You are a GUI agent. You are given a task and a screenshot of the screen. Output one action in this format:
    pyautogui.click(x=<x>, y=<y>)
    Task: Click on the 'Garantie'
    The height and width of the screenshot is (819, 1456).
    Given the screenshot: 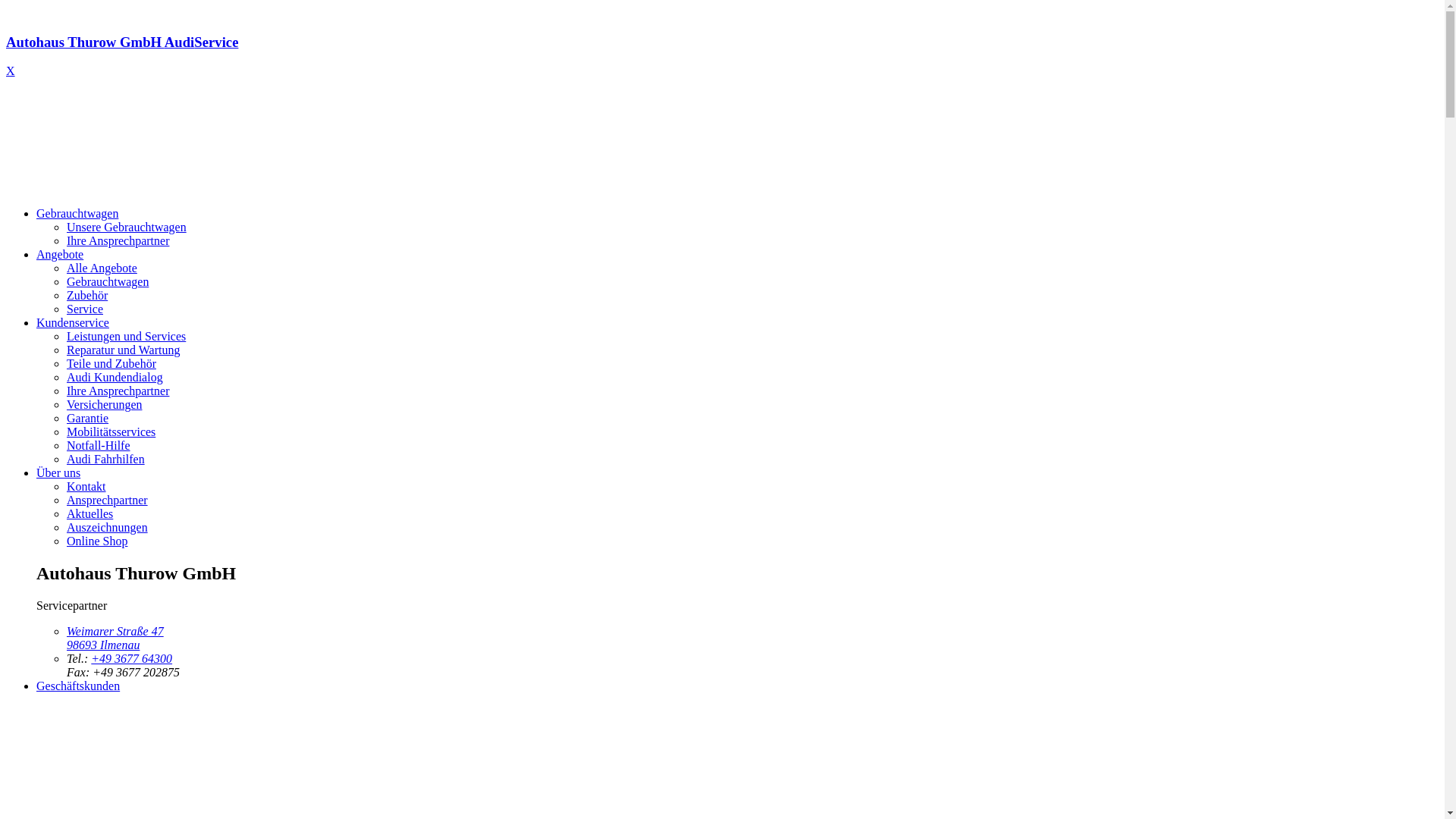 What is the action you would take?
    pyautogui.click(x=65, y=418)
    